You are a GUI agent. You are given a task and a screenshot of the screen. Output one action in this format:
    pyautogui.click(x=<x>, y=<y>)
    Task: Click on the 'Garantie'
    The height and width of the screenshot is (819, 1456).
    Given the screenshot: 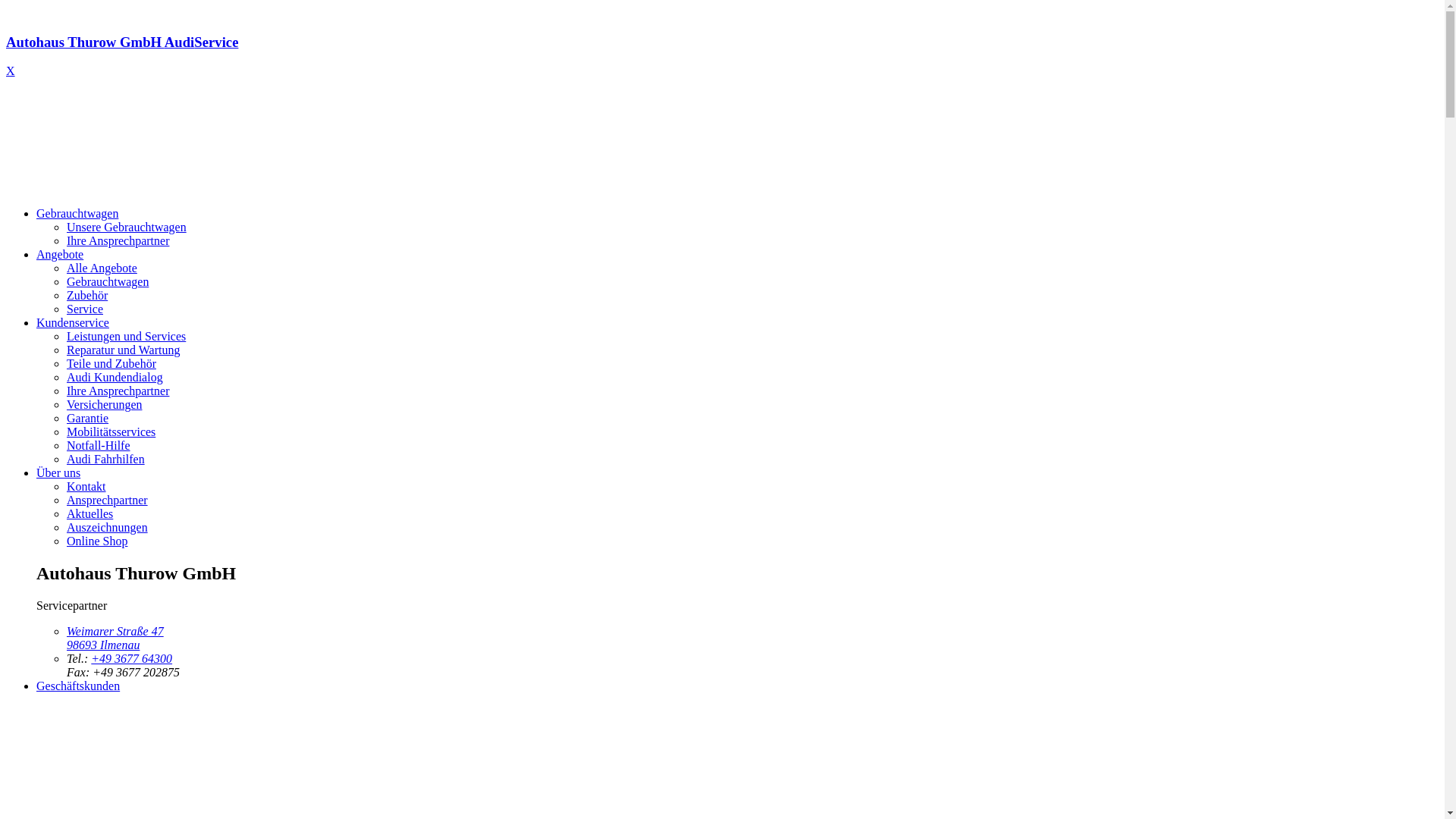 What is the action you would take?
    pyautogui.click(x=65, y=418)
    